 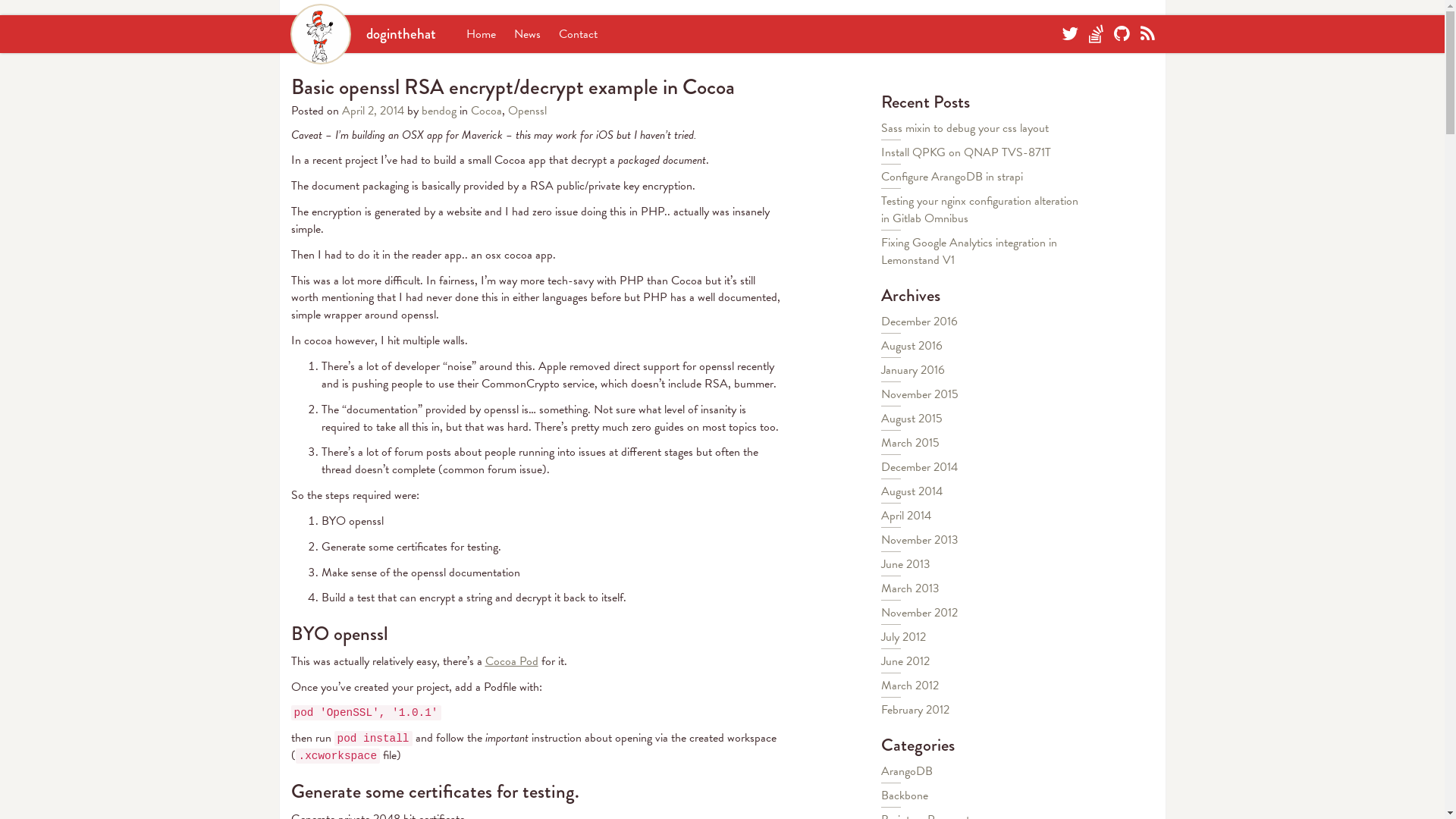 What do you see at coordinates (1096, 34) in the screenshot?
I see `'I try to help out on Stack Overflow.'` at bounding box center [1096, 34].